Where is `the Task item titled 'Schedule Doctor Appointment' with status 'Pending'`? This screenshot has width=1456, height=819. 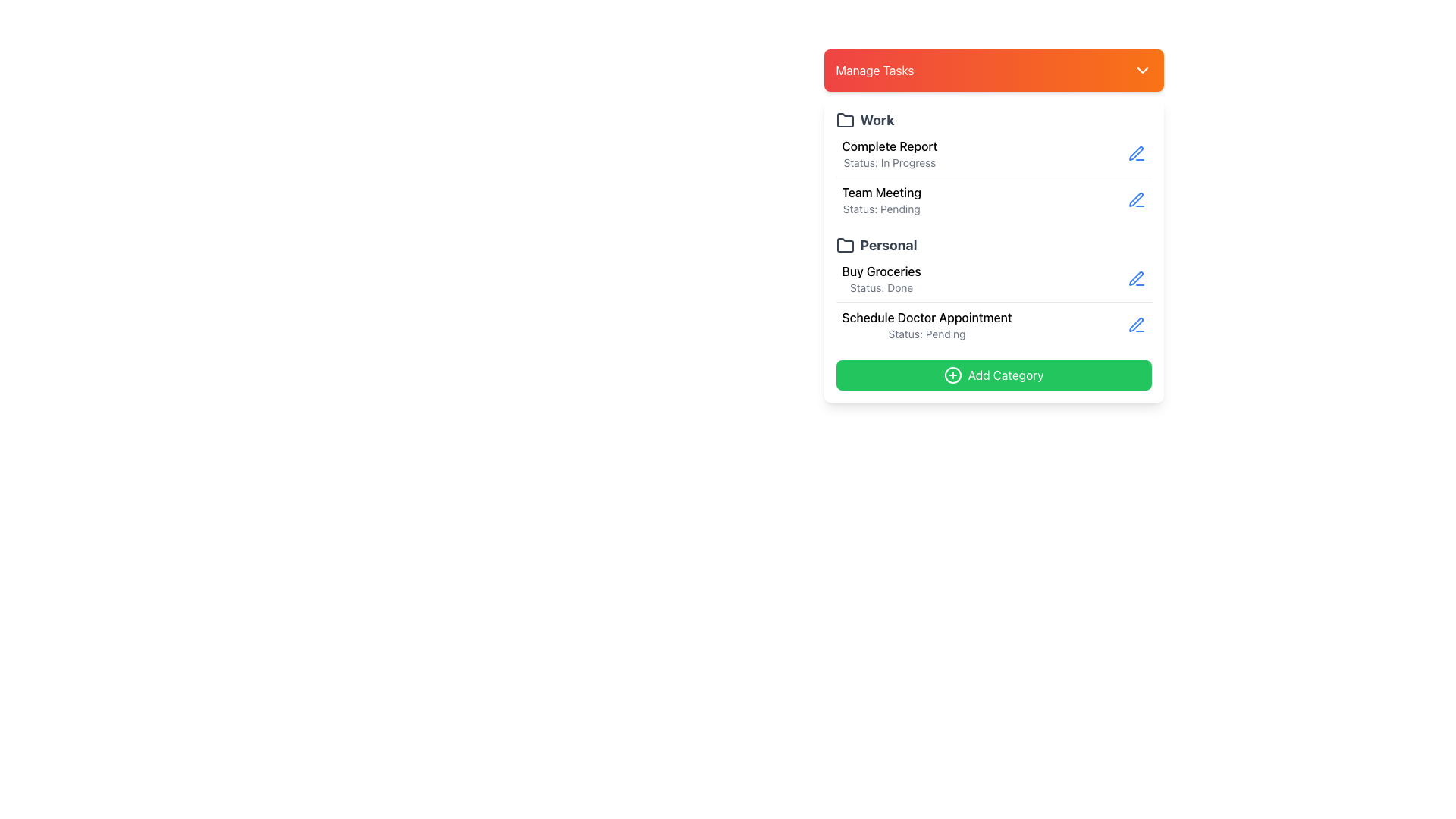 the Task item titled 'Schedule Doctor Appointment' with status 'Pending' is located at coordinates (993, 324).